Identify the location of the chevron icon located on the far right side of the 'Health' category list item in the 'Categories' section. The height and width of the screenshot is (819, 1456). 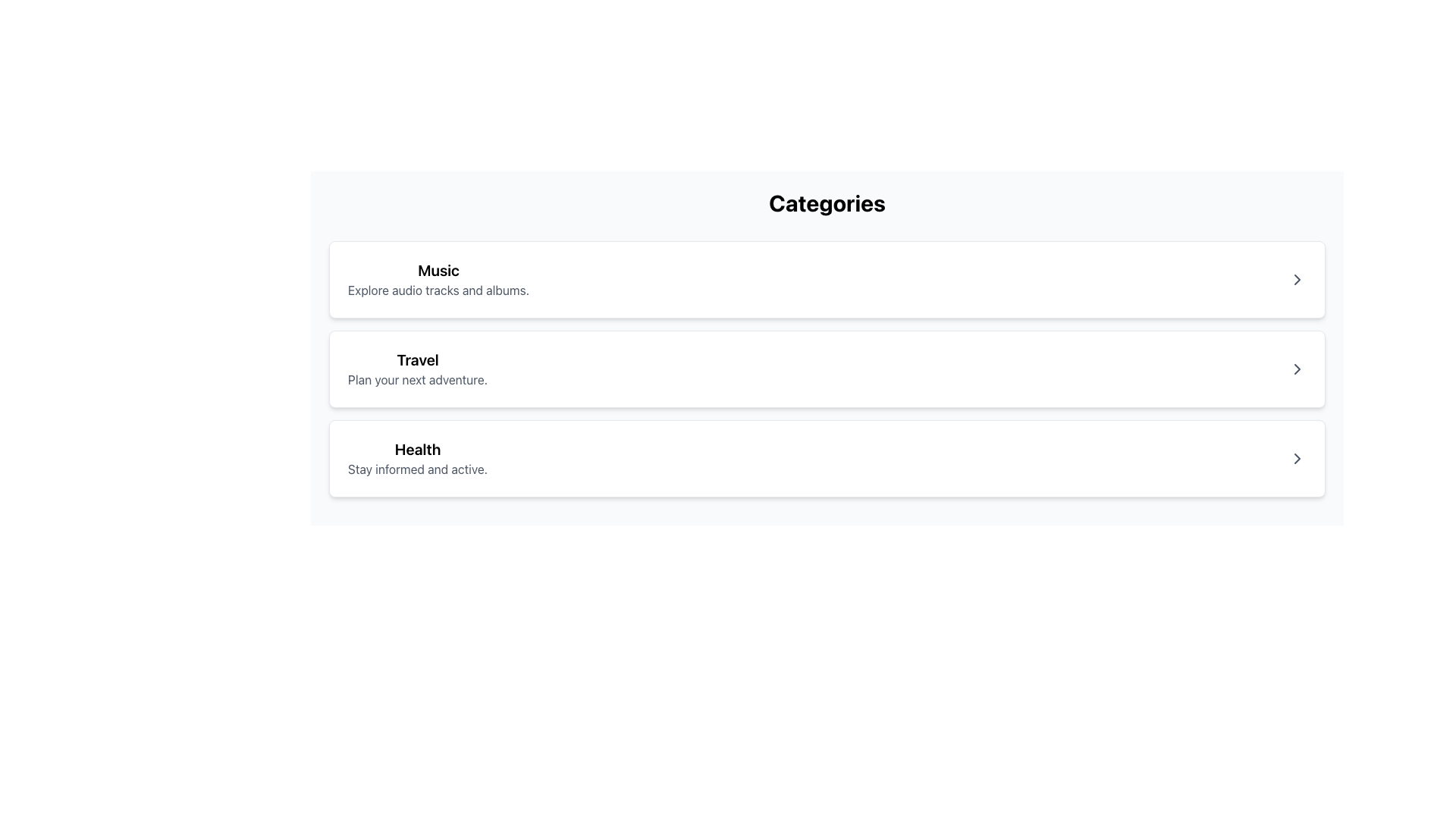
(1296, 458).